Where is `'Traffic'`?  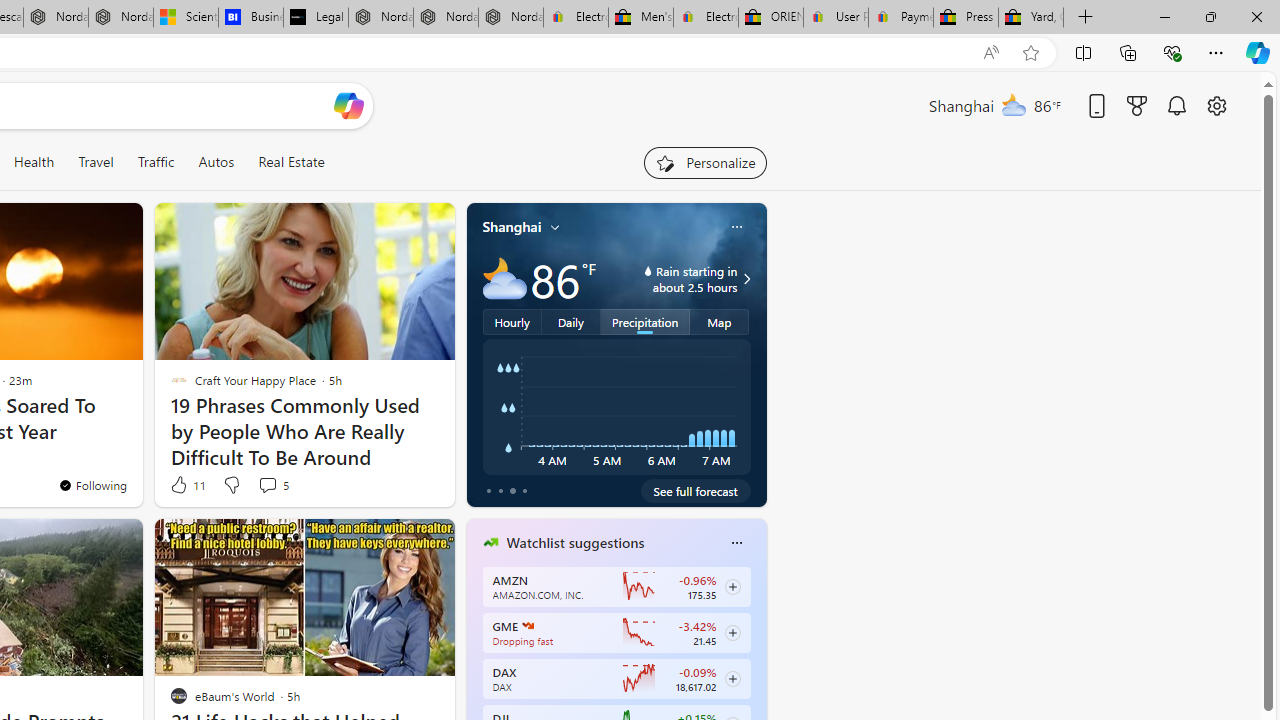 'Traffic' is located at coordinates (155, 161).